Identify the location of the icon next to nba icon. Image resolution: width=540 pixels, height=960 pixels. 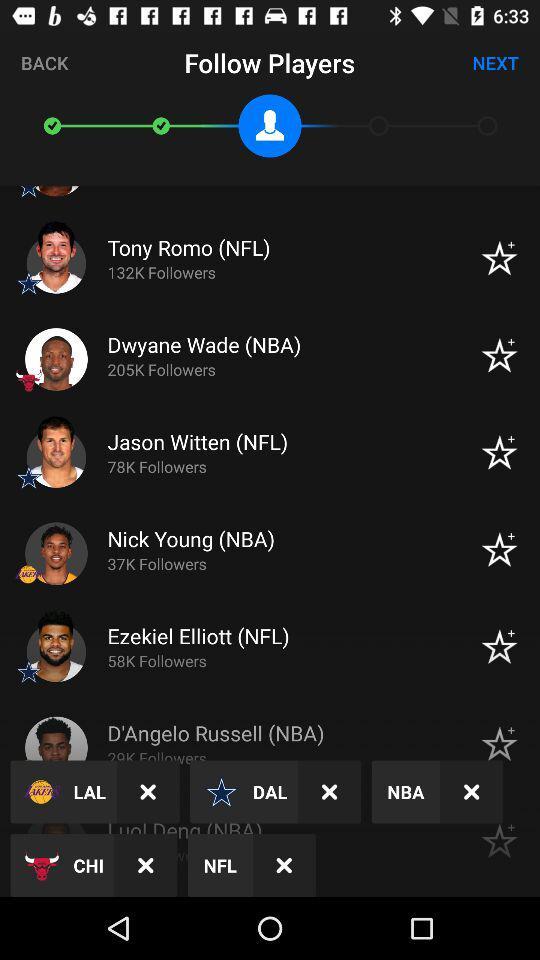
(329, 792).